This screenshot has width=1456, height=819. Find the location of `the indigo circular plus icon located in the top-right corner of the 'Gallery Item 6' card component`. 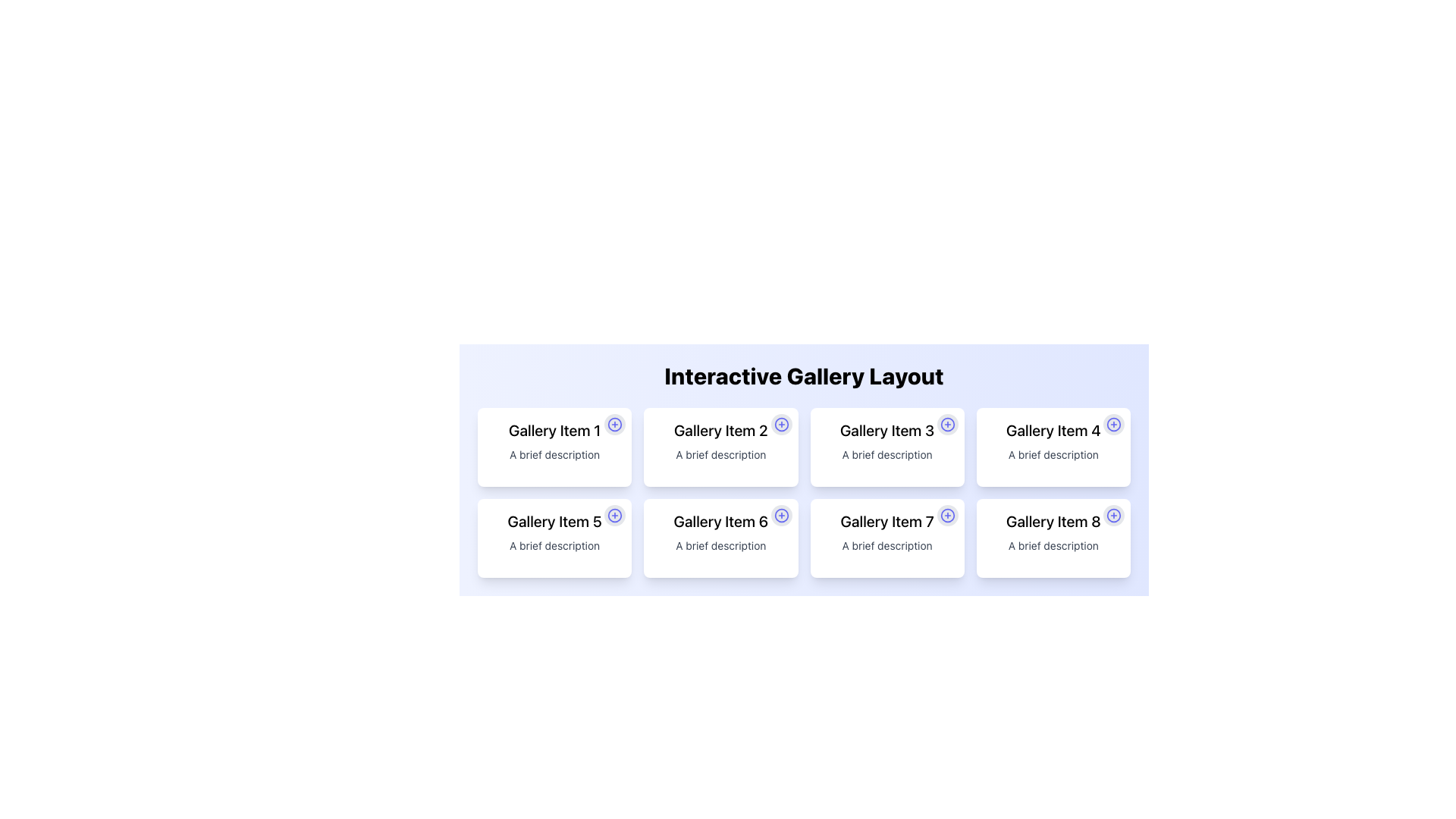

the indigo circular plus icon located in the top-right corner of the 'Gallery Item 6' card component is located at coordinates (781, 514).